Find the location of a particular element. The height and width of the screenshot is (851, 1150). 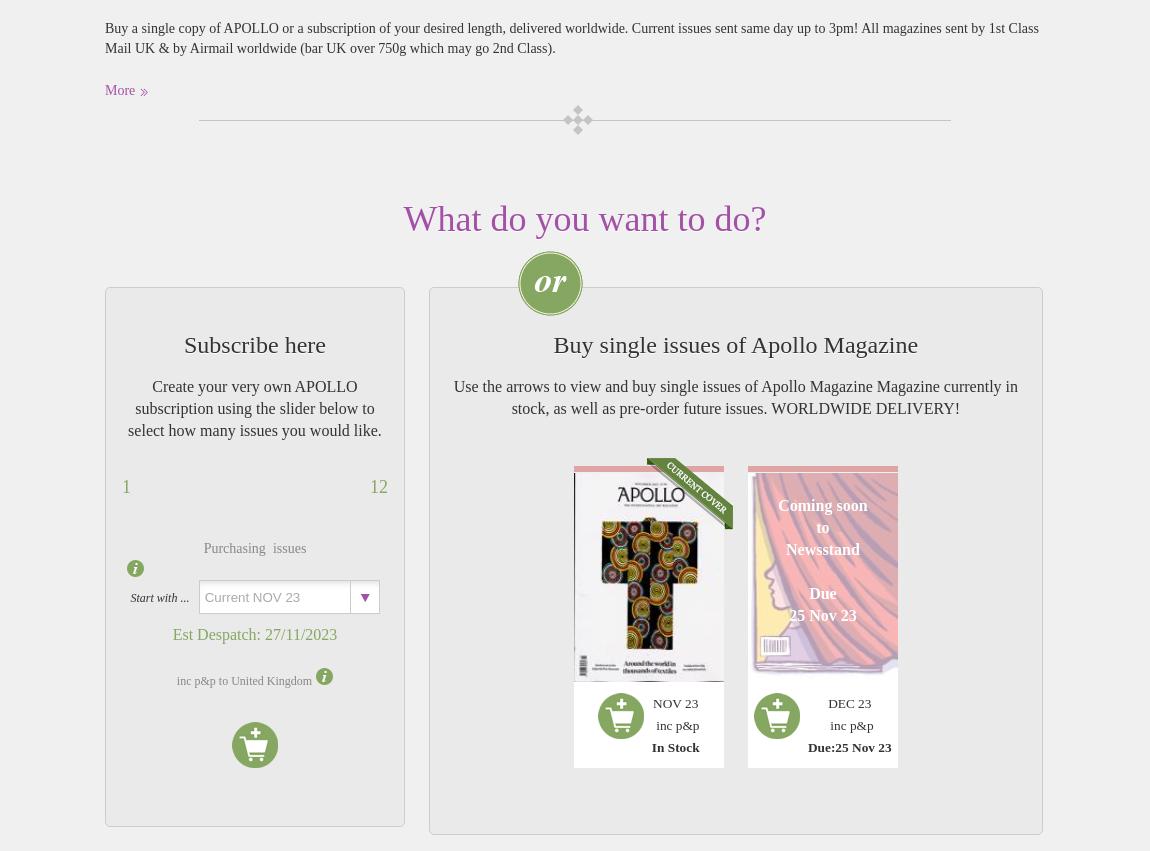

'issues' is located at coordinates (286, 547).